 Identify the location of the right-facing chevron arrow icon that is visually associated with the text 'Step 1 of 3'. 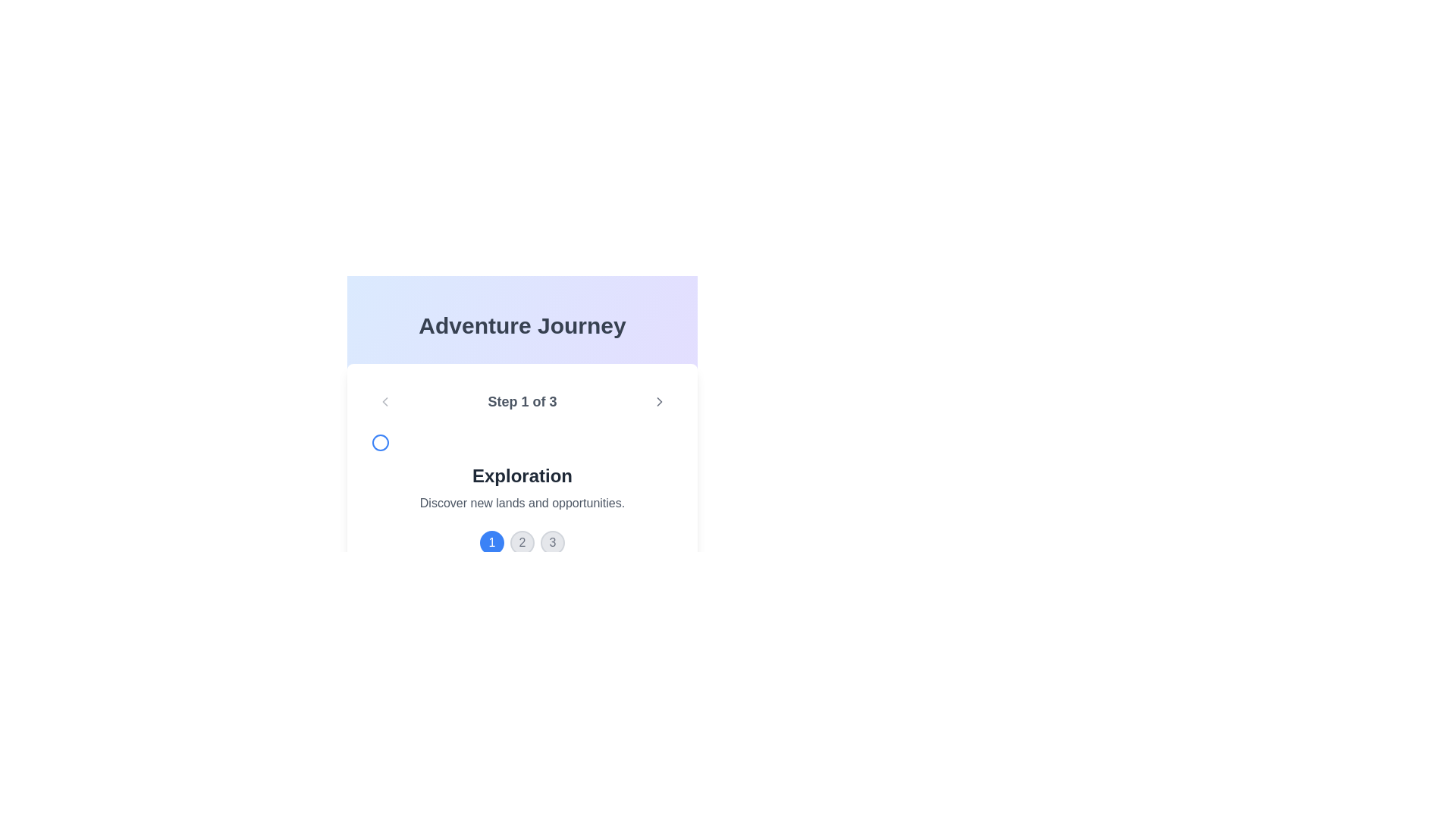
(659, 400).